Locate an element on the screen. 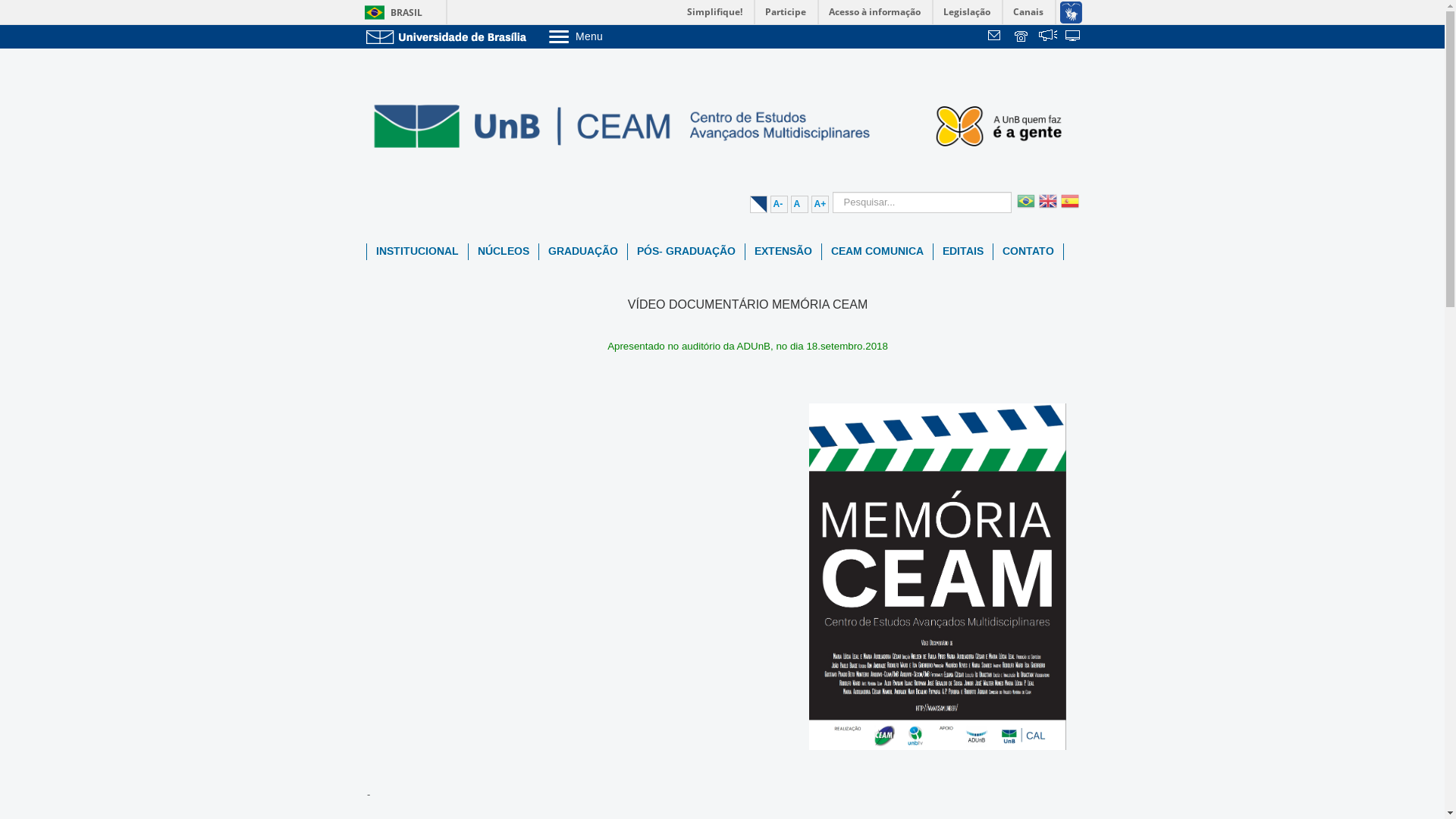 The image size is (1456, 819). 'Spanish' is located at coordinates (1067, 210).